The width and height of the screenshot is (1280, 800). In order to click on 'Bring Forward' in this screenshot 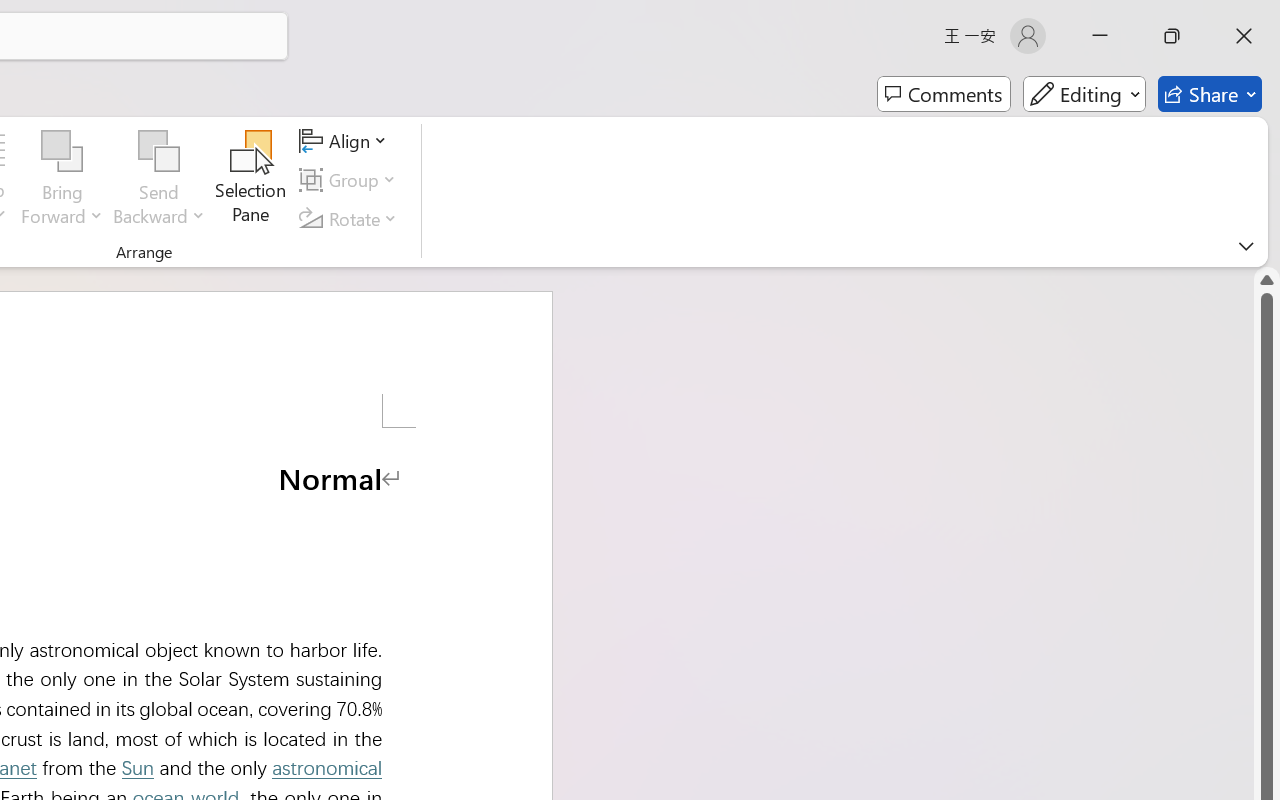, I will do `click(62, 179)`.